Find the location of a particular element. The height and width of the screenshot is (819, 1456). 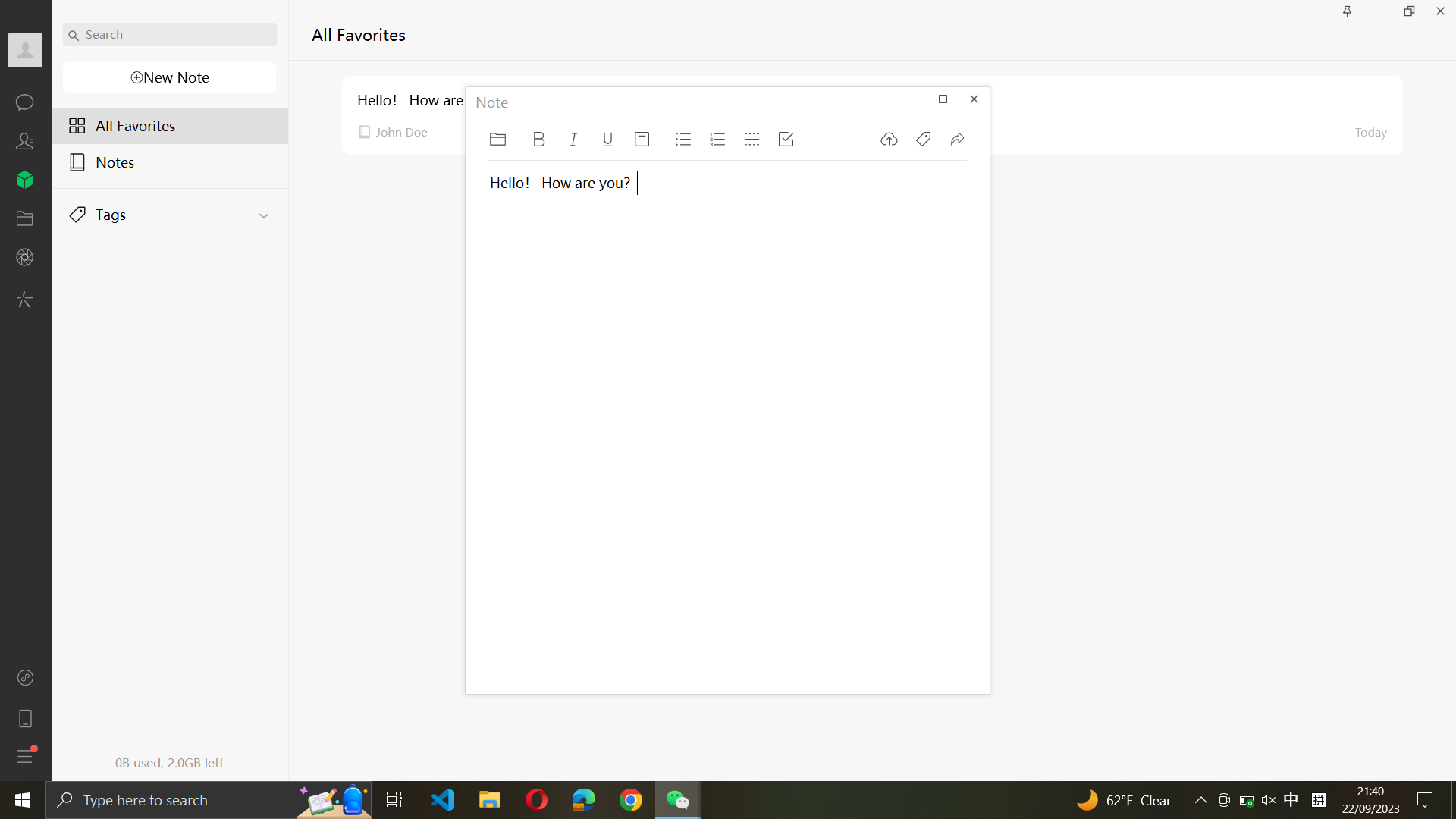

Enlarge the note window to its maximum size is located at coordinates (942, 97).